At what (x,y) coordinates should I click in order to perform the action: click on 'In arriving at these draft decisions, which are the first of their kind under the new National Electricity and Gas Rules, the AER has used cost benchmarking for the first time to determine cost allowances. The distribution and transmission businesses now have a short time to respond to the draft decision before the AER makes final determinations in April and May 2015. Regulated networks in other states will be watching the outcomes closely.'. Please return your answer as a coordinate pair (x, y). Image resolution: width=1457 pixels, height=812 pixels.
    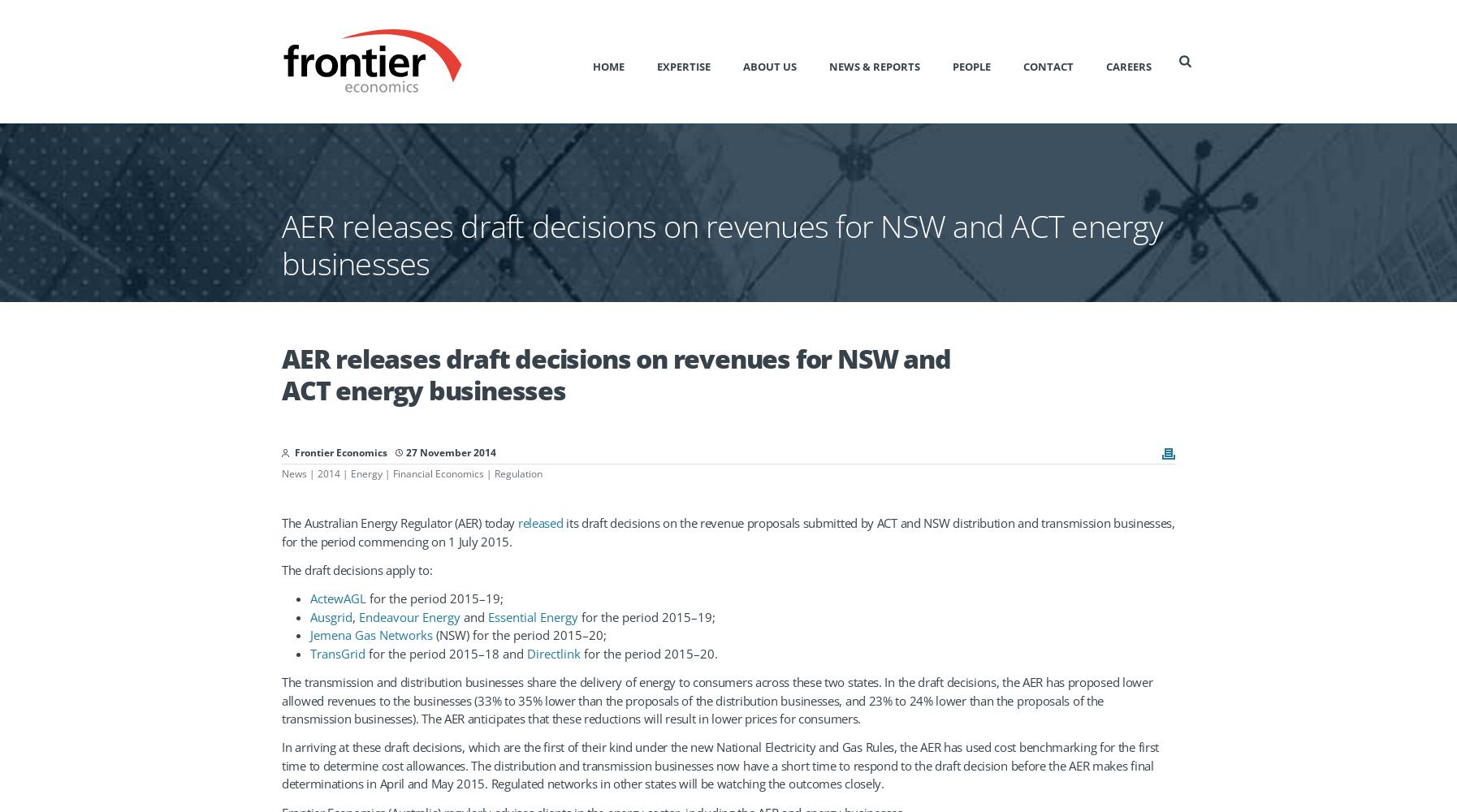
    Looking at the image, I should click on (720, 764).